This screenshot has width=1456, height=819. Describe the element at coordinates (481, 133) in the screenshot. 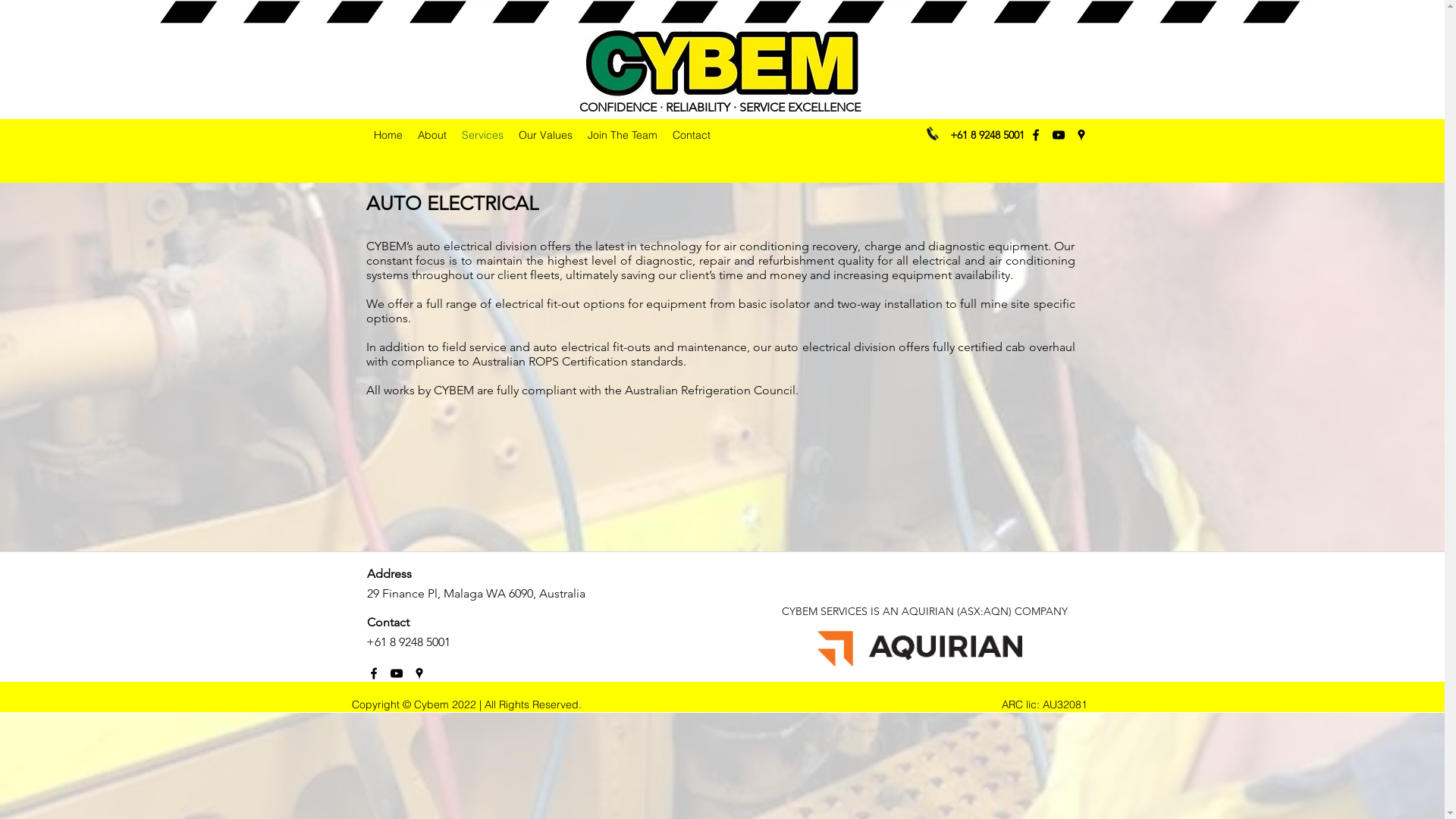

I see `'Services'` at that location.